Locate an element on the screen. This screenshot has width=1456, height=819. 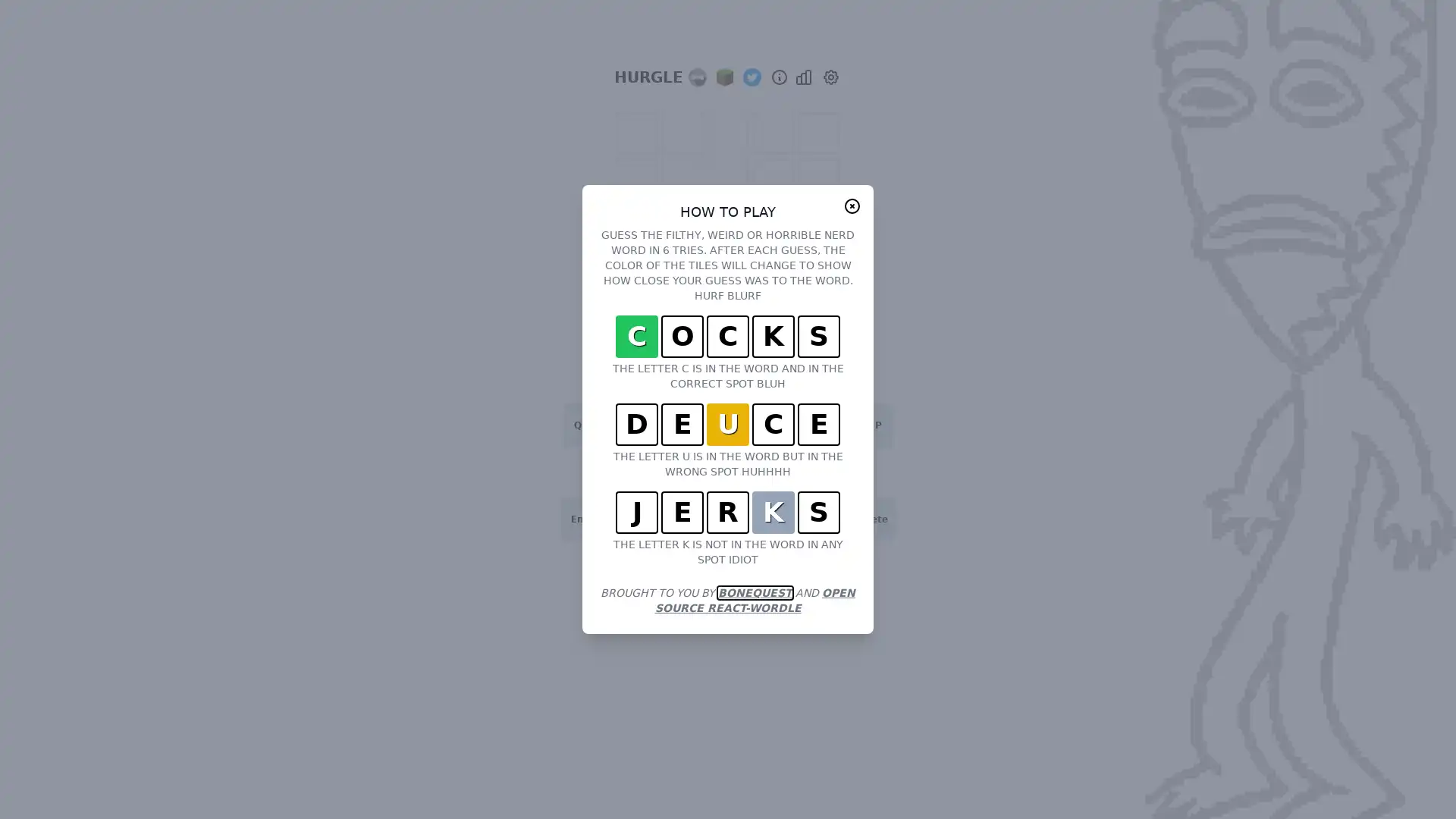
M is located at coordinates (827, 519).